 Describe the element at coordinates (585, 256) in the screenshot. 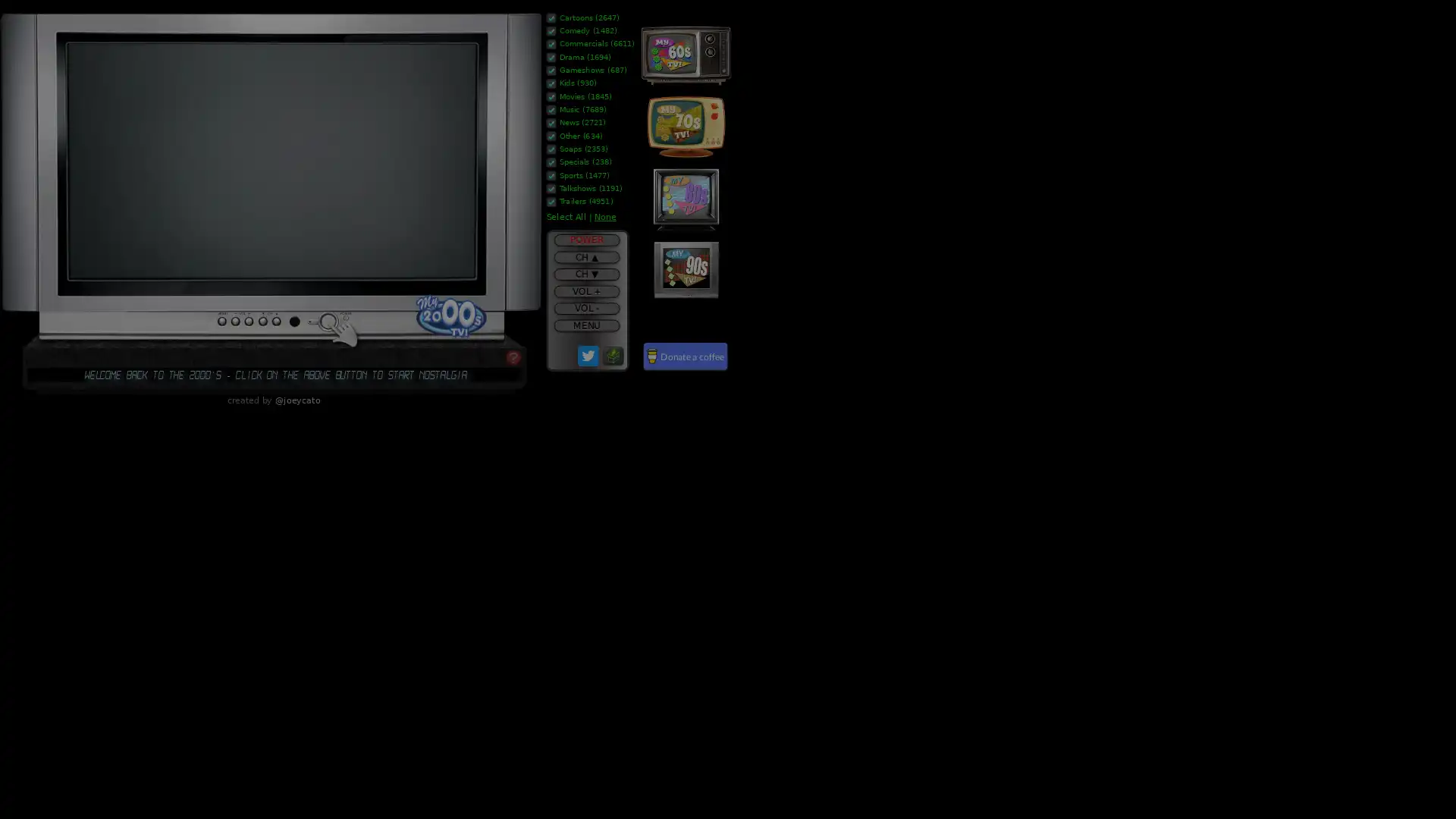

I see `CH` at that location.